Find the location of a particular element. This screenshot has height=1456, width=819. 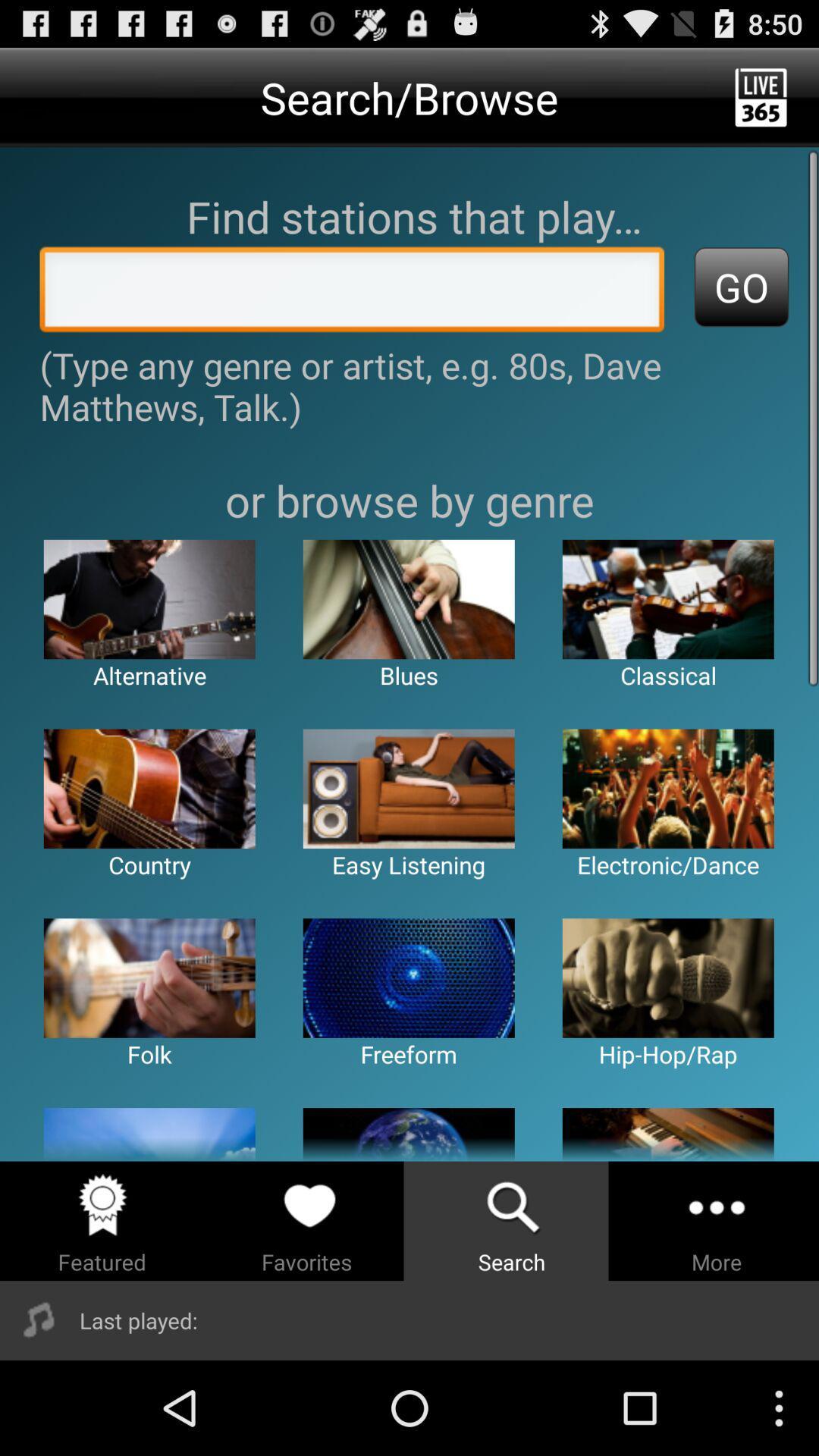

the image at the bottom right corner is located at coordinates (667, 1134).